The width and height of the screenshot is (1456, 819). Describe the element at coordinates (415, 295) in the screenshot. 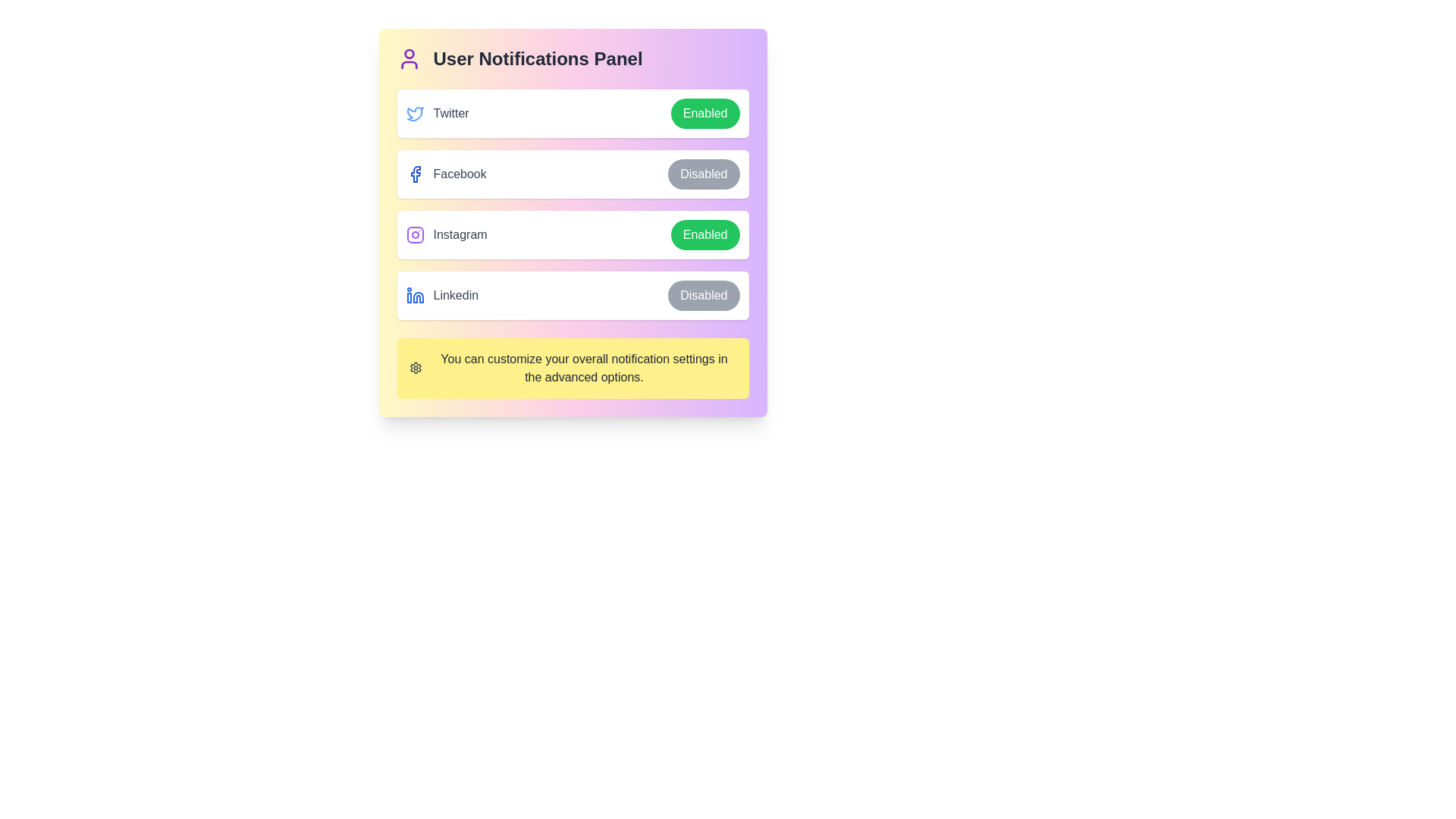

I see `the LinkedIn icon, styled in blue with clean, rounded edges, located in the notification panel adjacent to the text label 'Linkedin'` at that location.